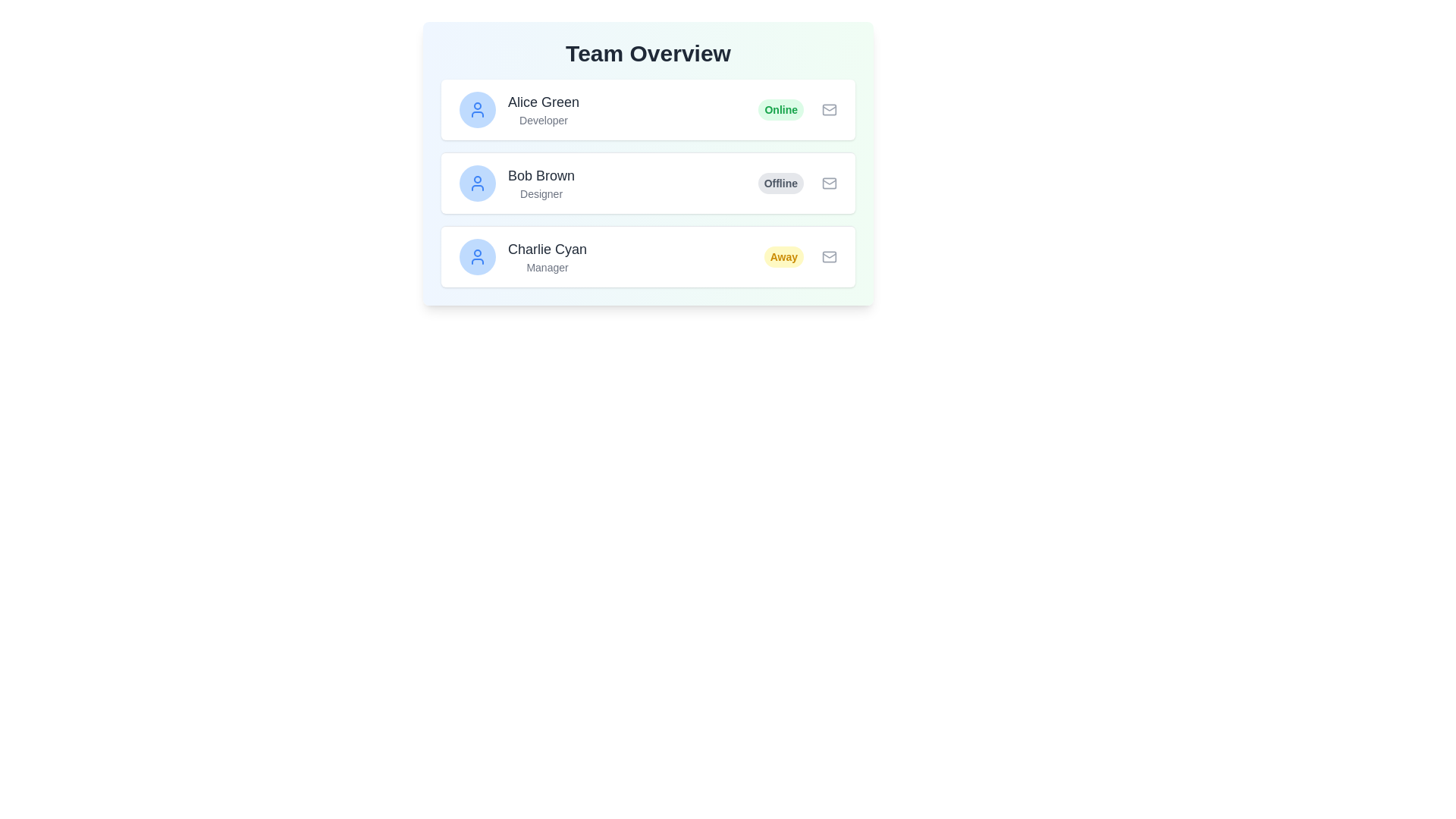 The width and height of the screenshot is (1456, 819). What do you see at coordinates (829, 254) in the screenshot?
I see `the top closure segment of the envelope icon, which is a decorative SVG element indicating email functionality, located near the text 'Offline'` at bounding box center [829, 254].